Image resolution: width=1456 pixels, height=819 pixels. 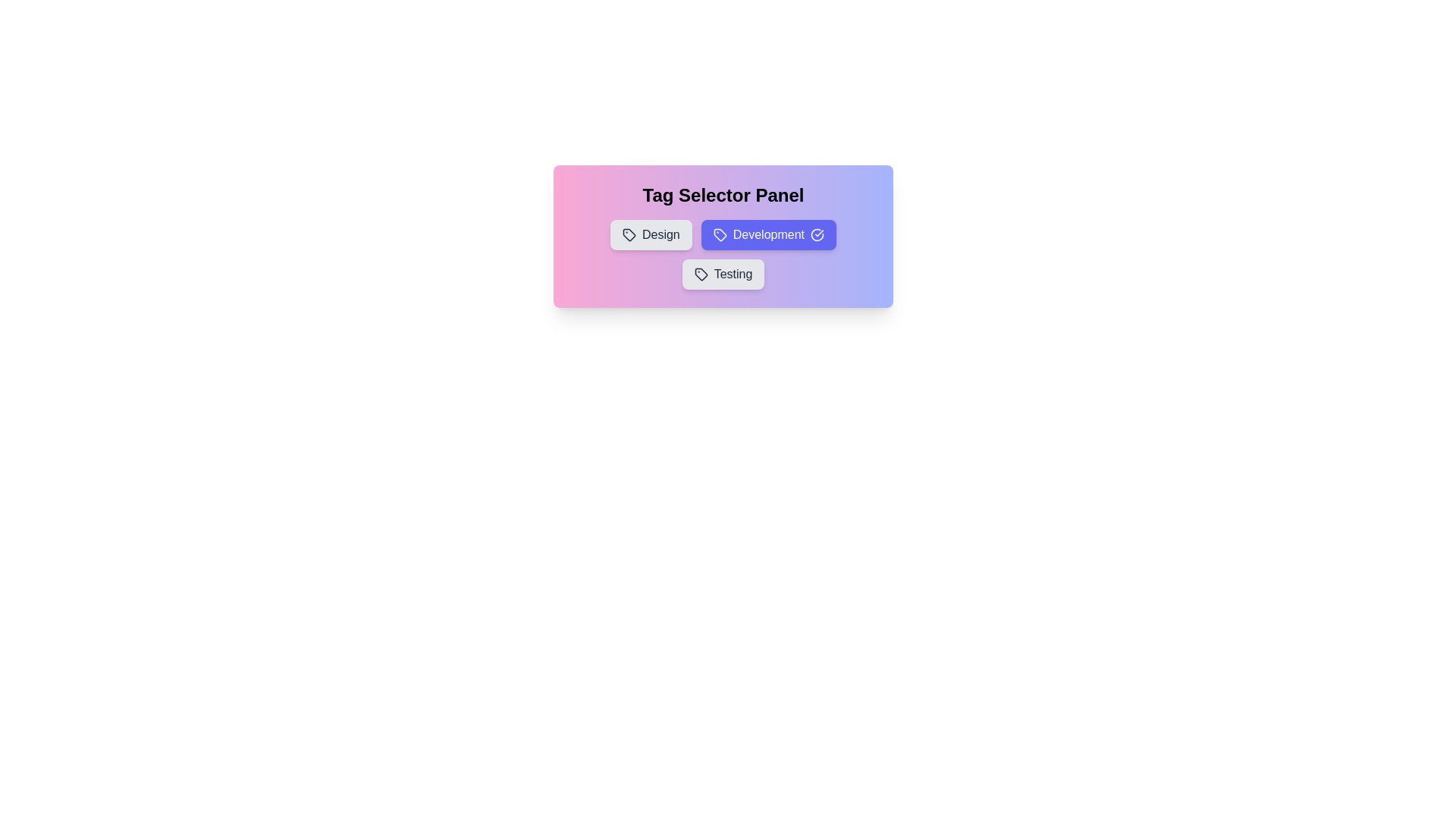 What do you see at coordinates (723, 275) in the screenshot?
I see `the tag Testing to observe the hover effect` at bounding box center [723, 275].